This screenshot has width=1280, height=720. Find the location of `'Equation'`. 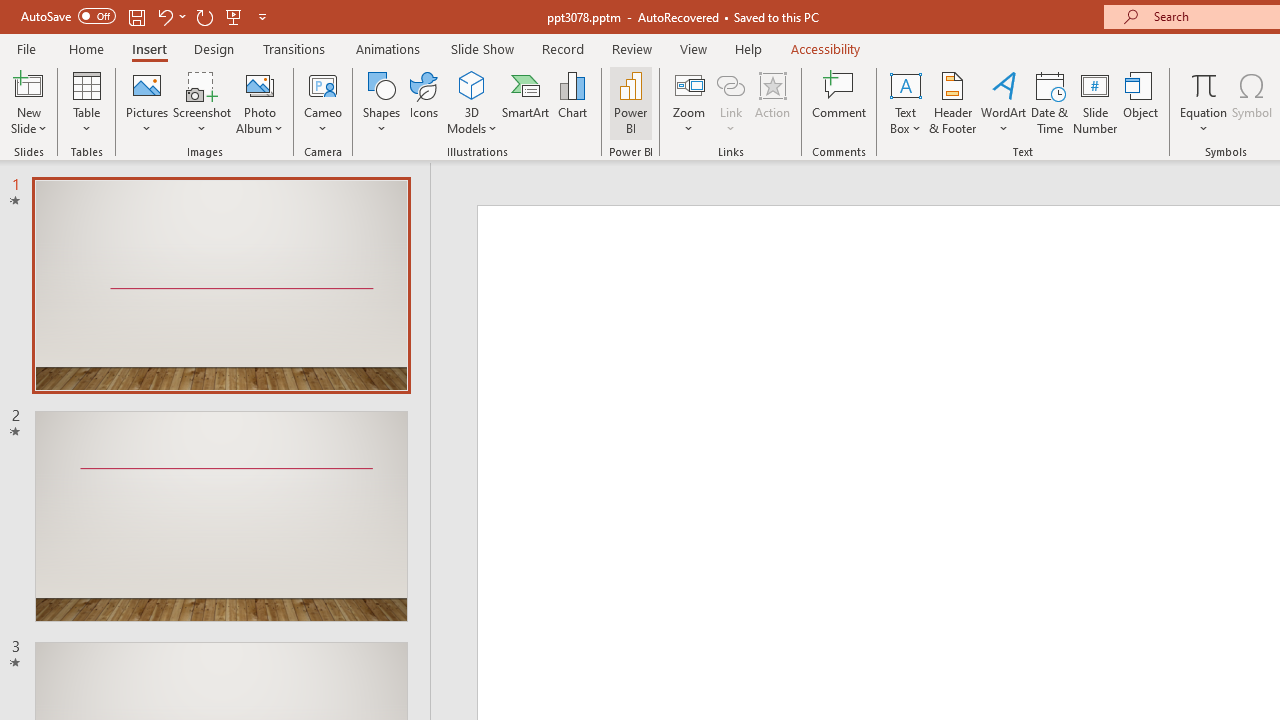

'Equation' is located at coordinates (1202, 84).